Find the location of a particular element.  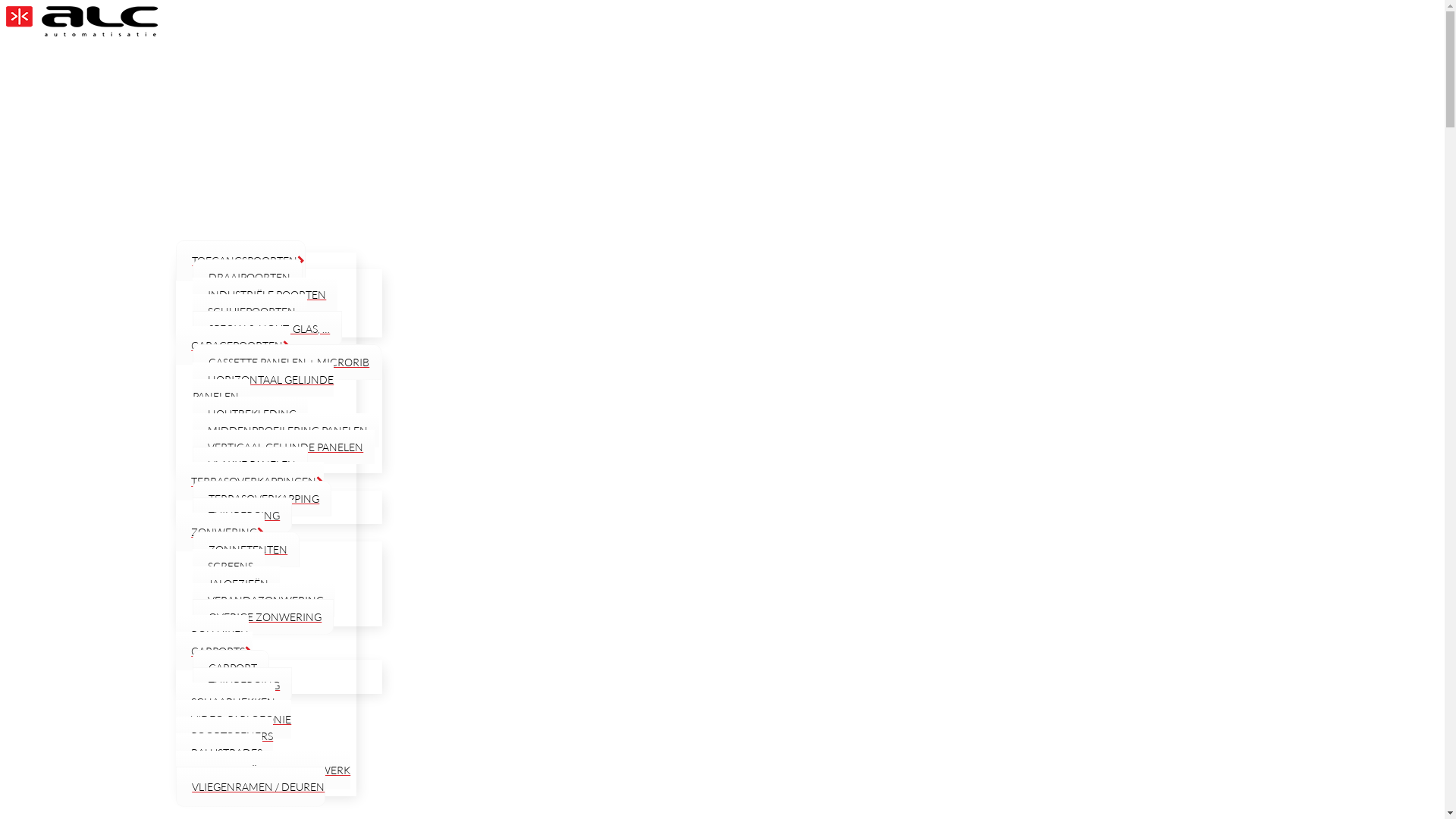

'VERTICAAL GELIJNDE PANELEN' is located at coordinates (284, 446).